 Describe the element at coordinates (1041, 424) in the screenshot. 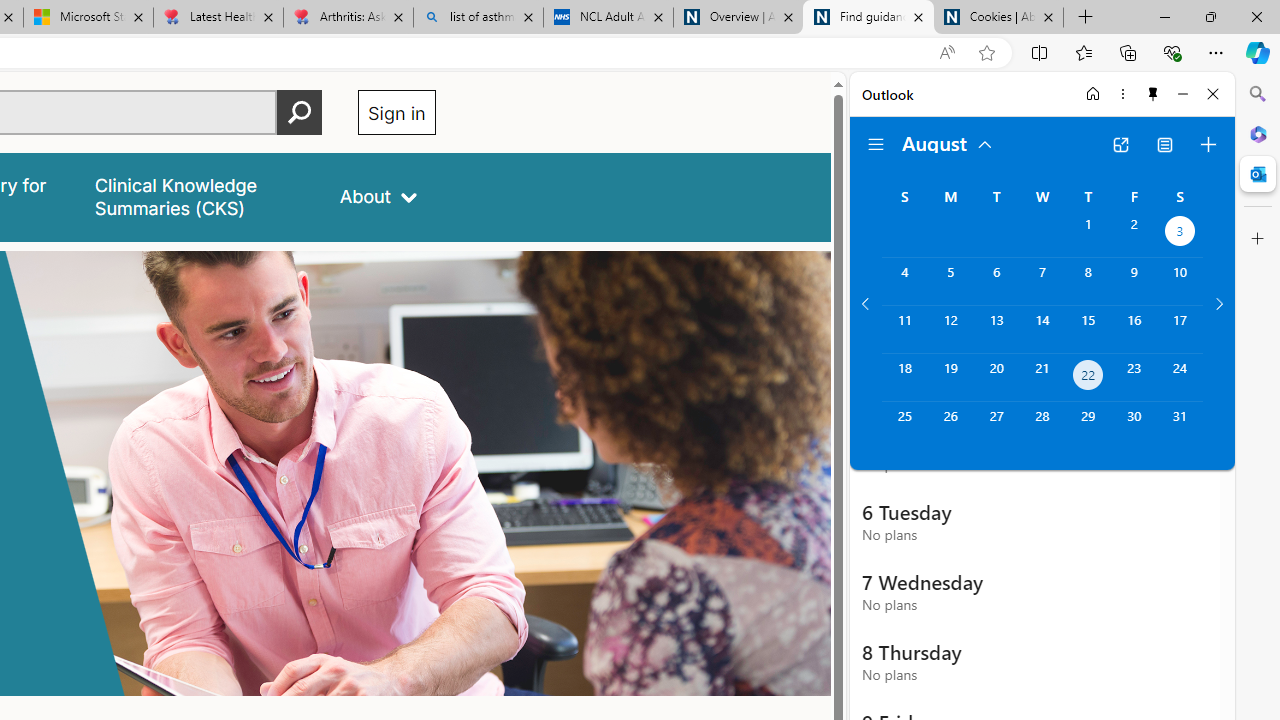

I see `'Wednesday, August 28, 2024. '` at that location.